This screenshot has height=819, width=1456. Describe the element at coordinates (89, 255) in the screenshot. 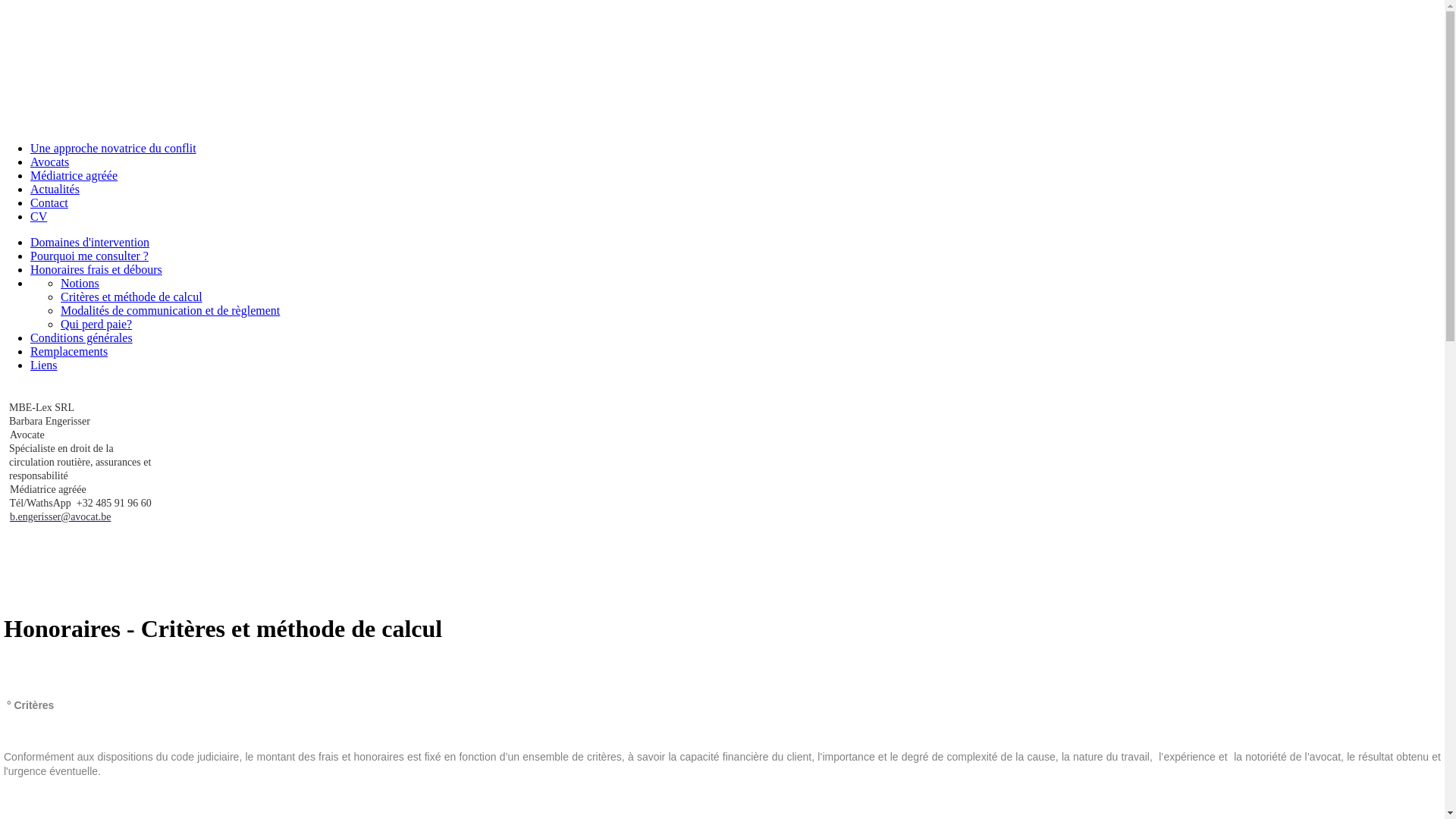

I see `'Pourquoi me consulter ?'` at that location.